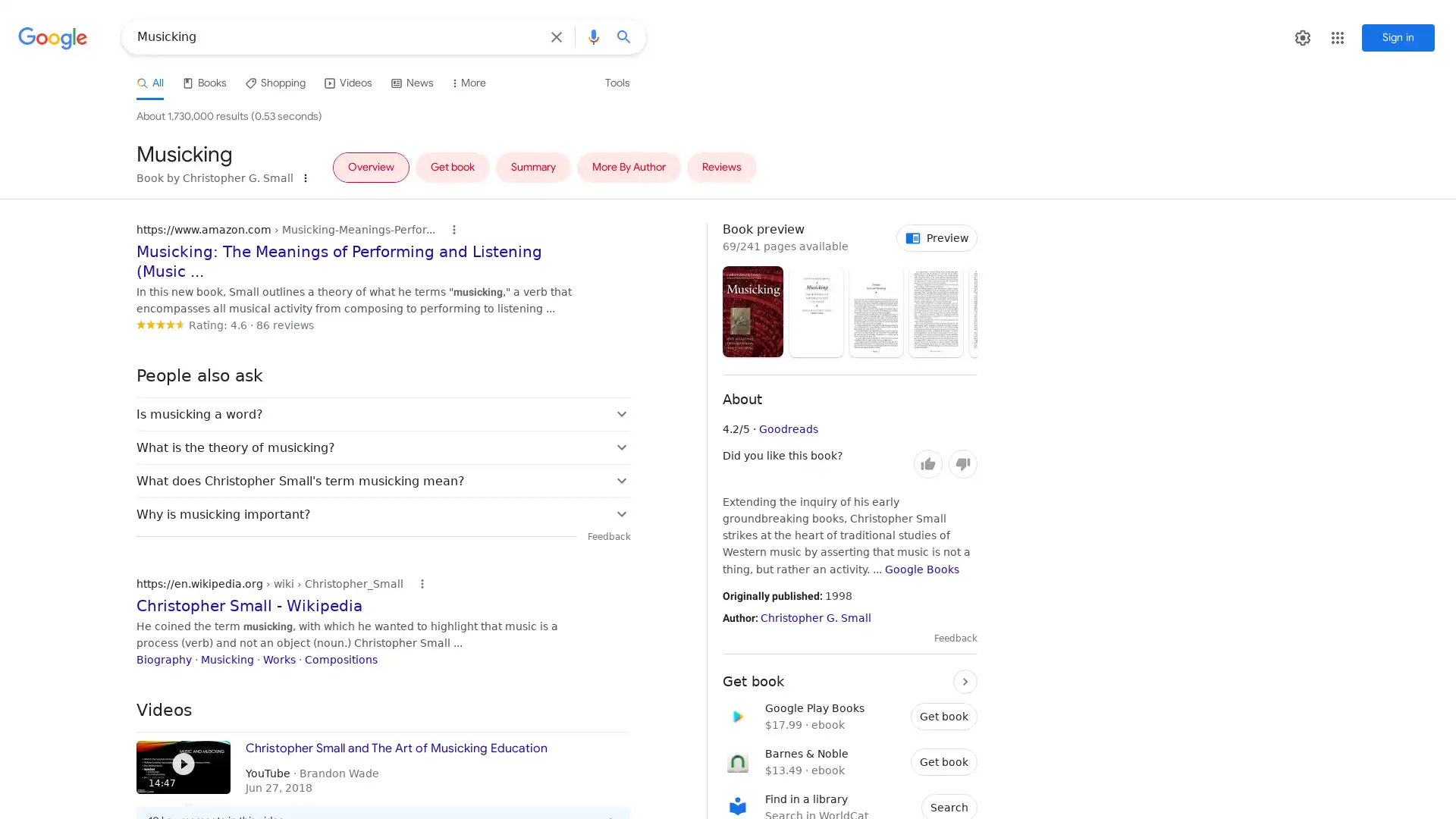 Image resolution: width=1456 pixels, height=819 pixels. What do you see at coordinates (383, 513) in the screenshot?
I see `Why is musicking important?` at bounding box center [383, 513].